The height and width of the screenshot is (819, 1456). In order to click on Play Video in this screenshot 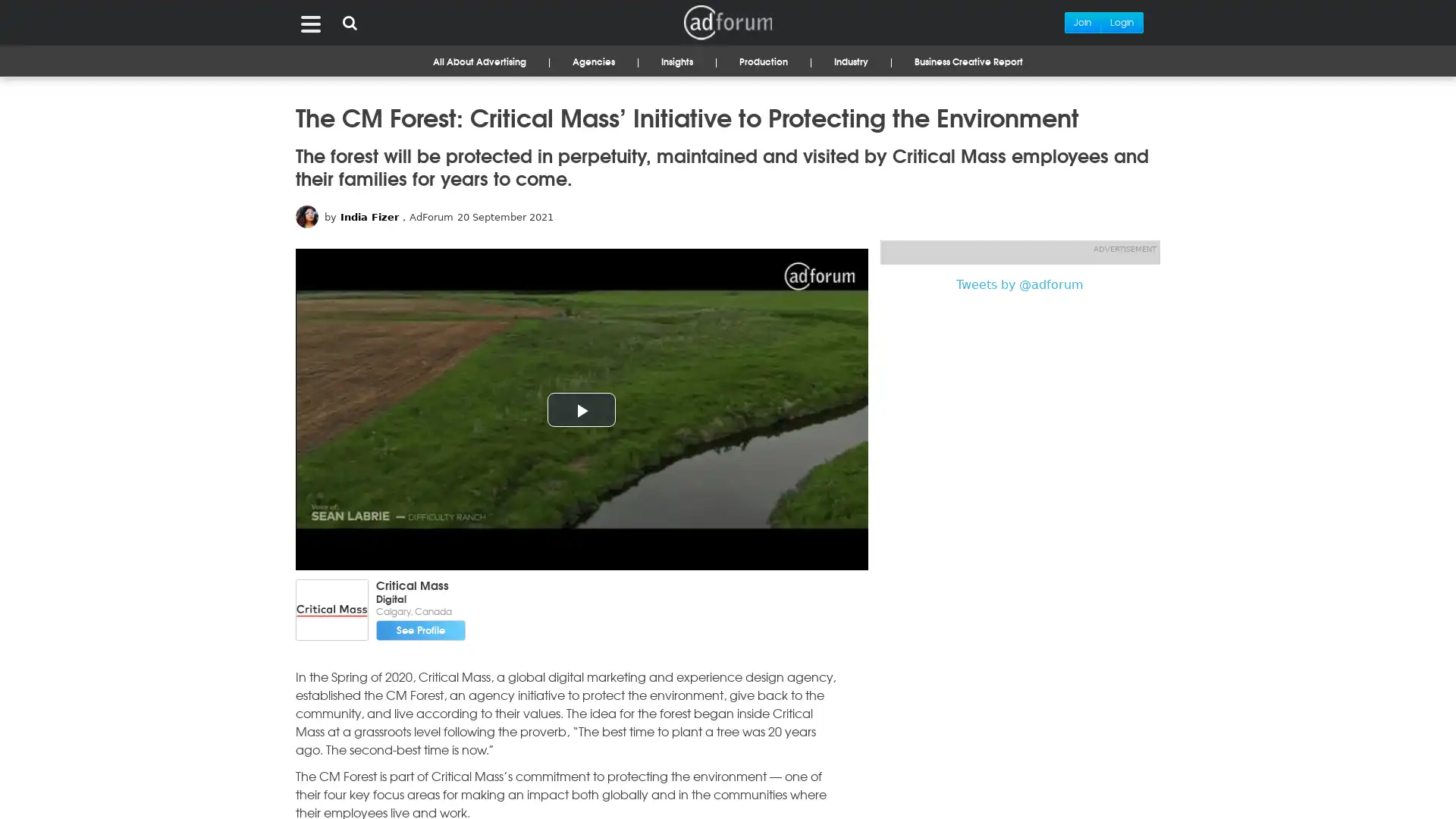, I will do `click(581, 408)`.